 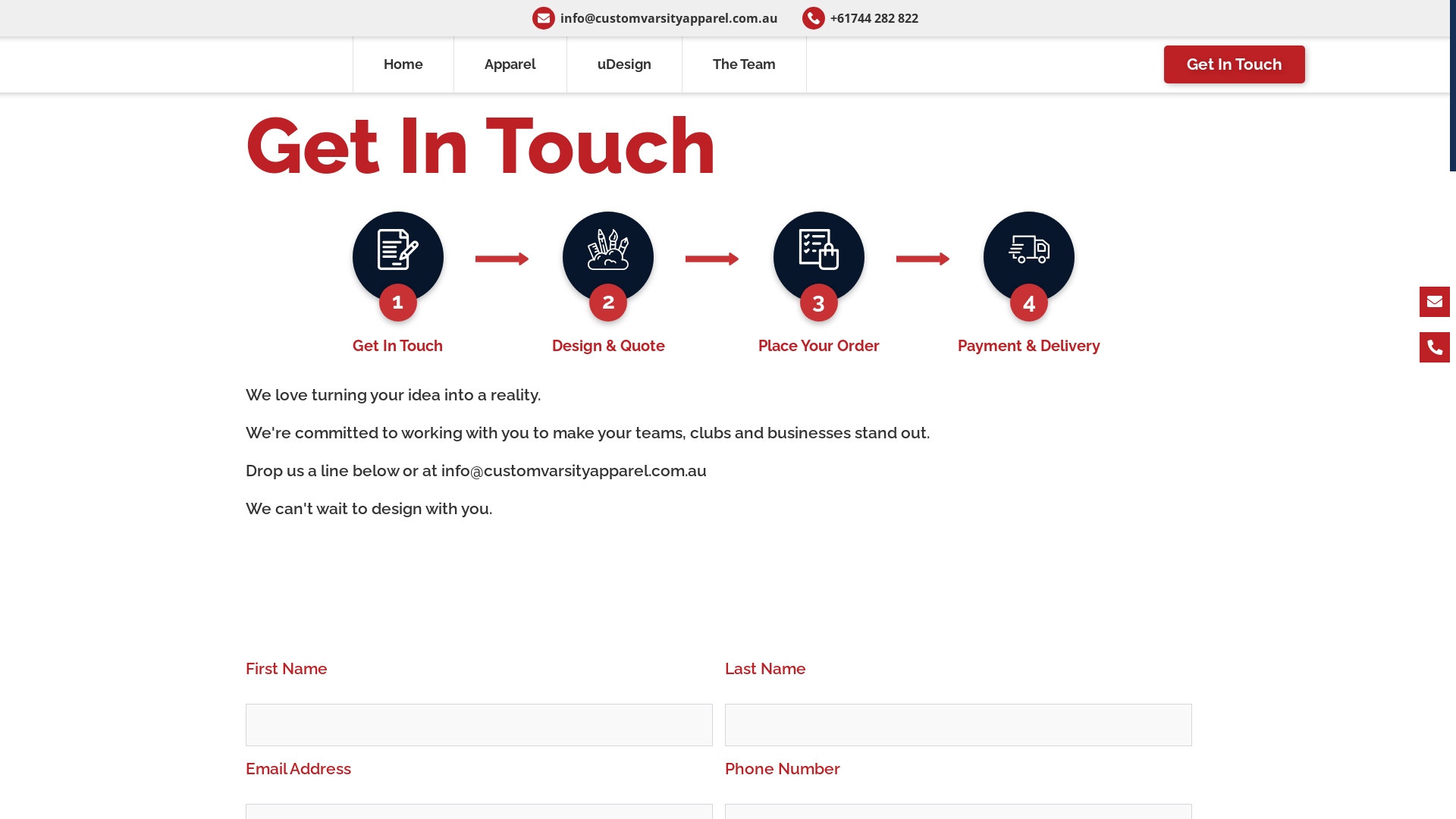 I want to click on 'The Team', so click(x=745, y=63).